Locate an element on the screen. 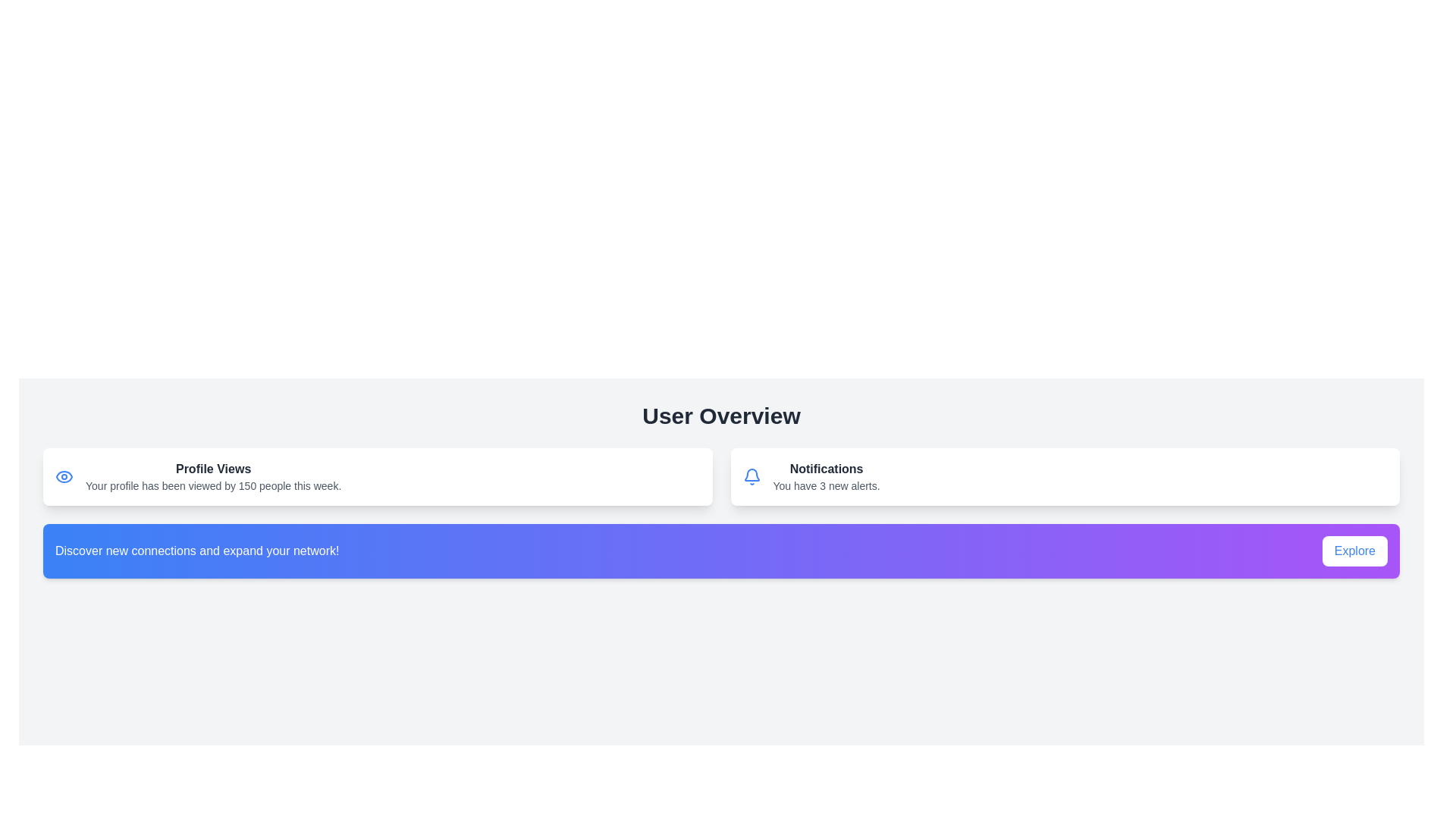 This screenshot has width=1456, height=819. text from the Text Label that displays the count of new alerts, located in the lower section of the notifications card on the right side of the interface is located at coordinates (825, 485).